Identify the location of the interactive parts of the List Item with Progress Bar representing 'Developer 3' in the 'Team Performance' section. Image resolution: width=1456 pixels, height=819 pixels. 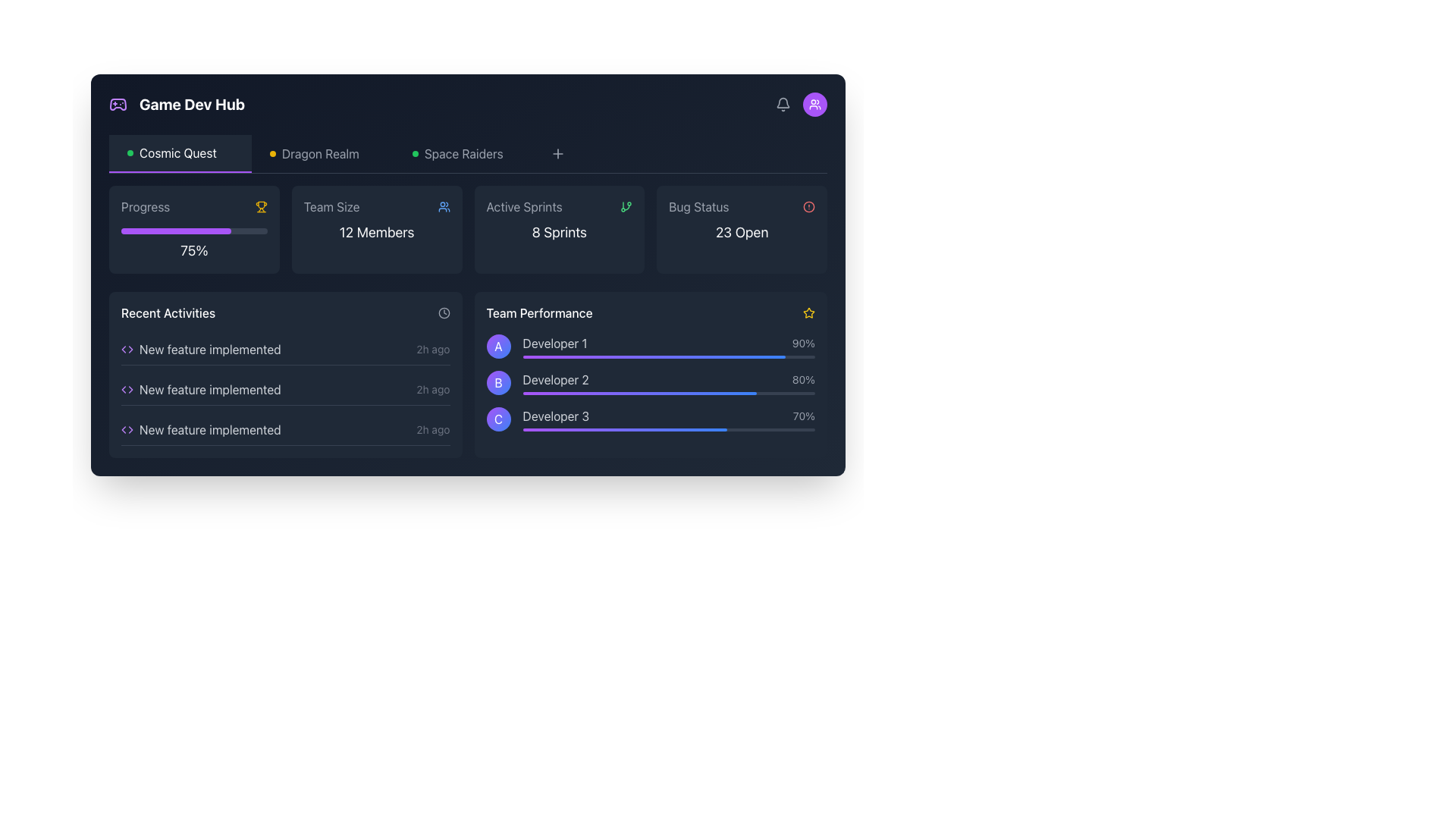
(651, 419).